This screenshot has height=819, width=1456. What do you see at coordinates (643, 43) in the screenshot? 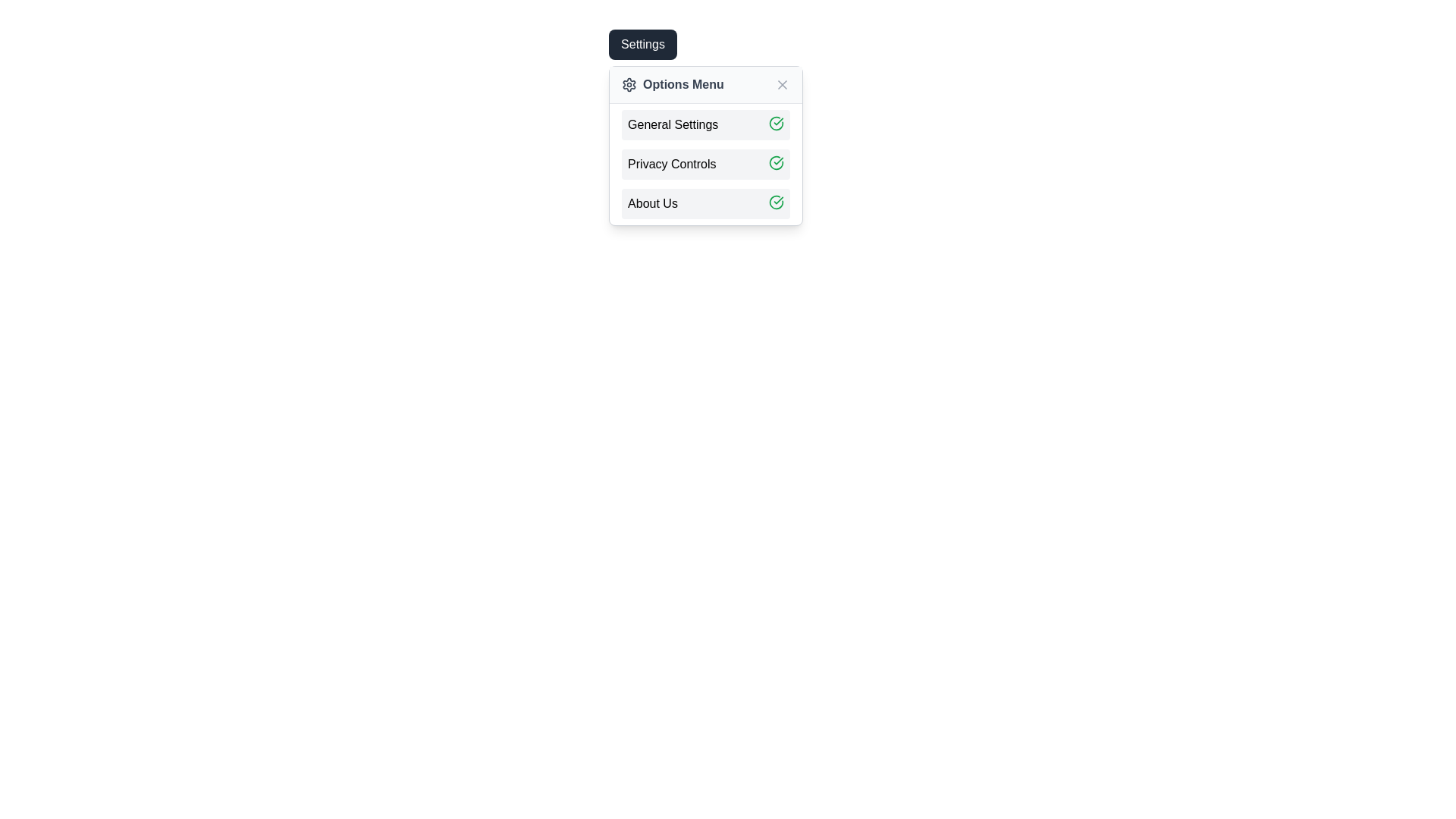
I see `the 'Settings' button, which has white text on a dark gray background and rounded corners, located at the top-left of the dropdown menu` at bounding box center [643, 43].